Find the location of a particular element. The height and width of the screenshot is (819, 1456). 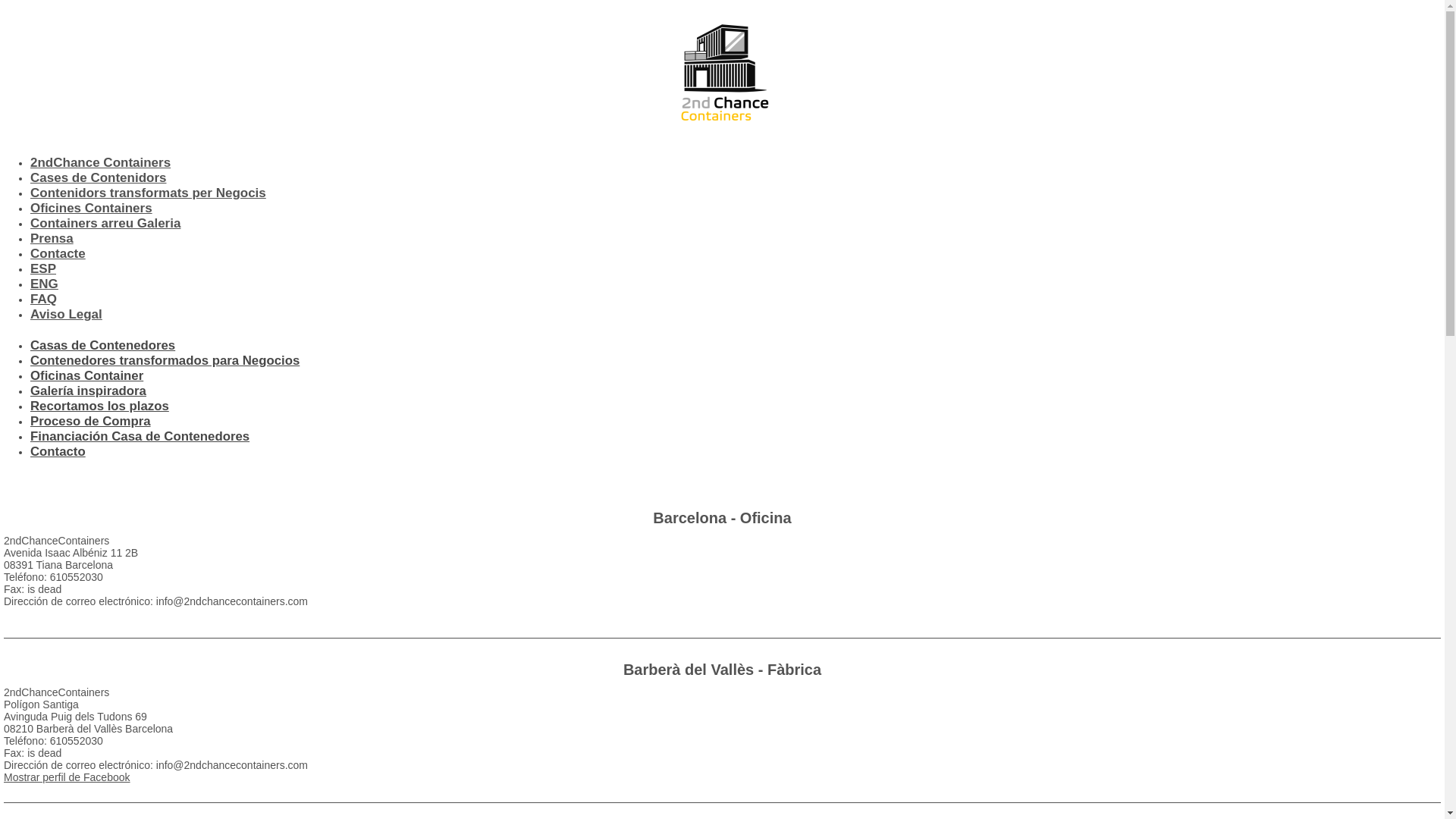

'Contenedores transformados para Negocios' is located at coordinates (165, 360).